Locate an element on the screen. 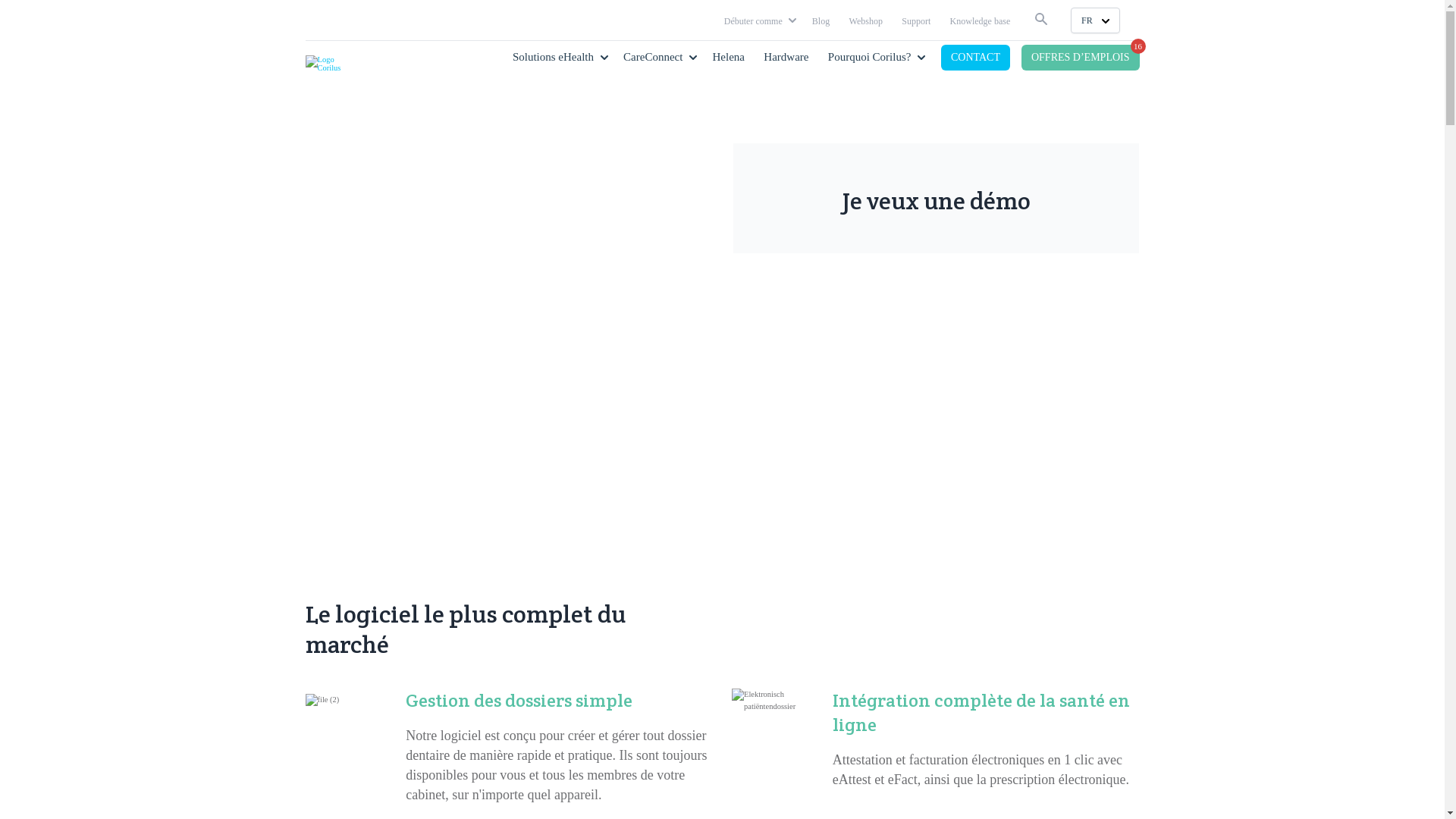 The image size is (1456, 819). 'SHOW SUBMENU FOR CARECONNECT' is located at coordinates (692, 55).